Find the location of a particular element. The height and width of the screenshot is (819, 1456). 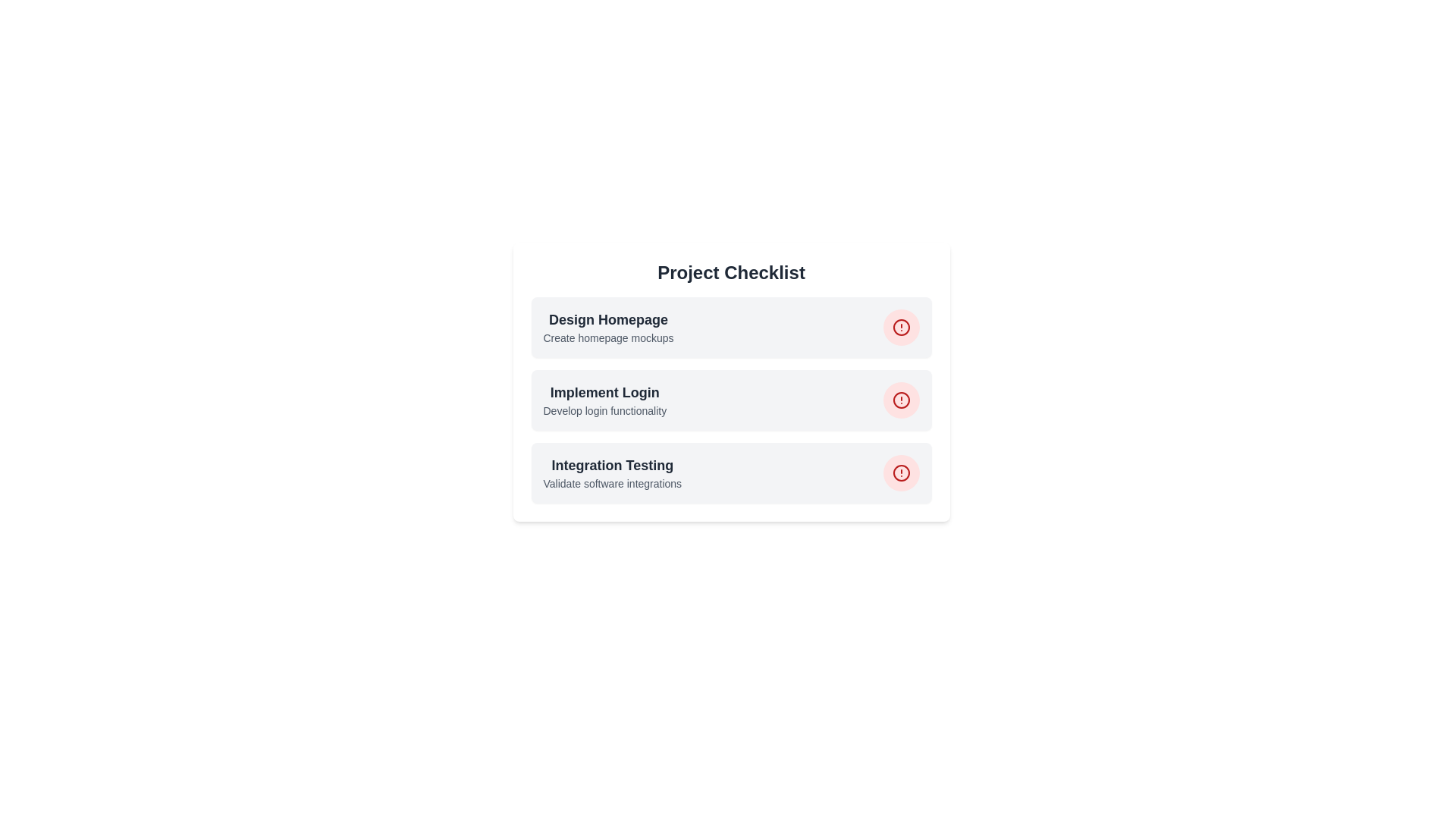

the text label that identifies the third task in the list, which is titled 'Validate software integrations' is located at coordinates (612, 464).